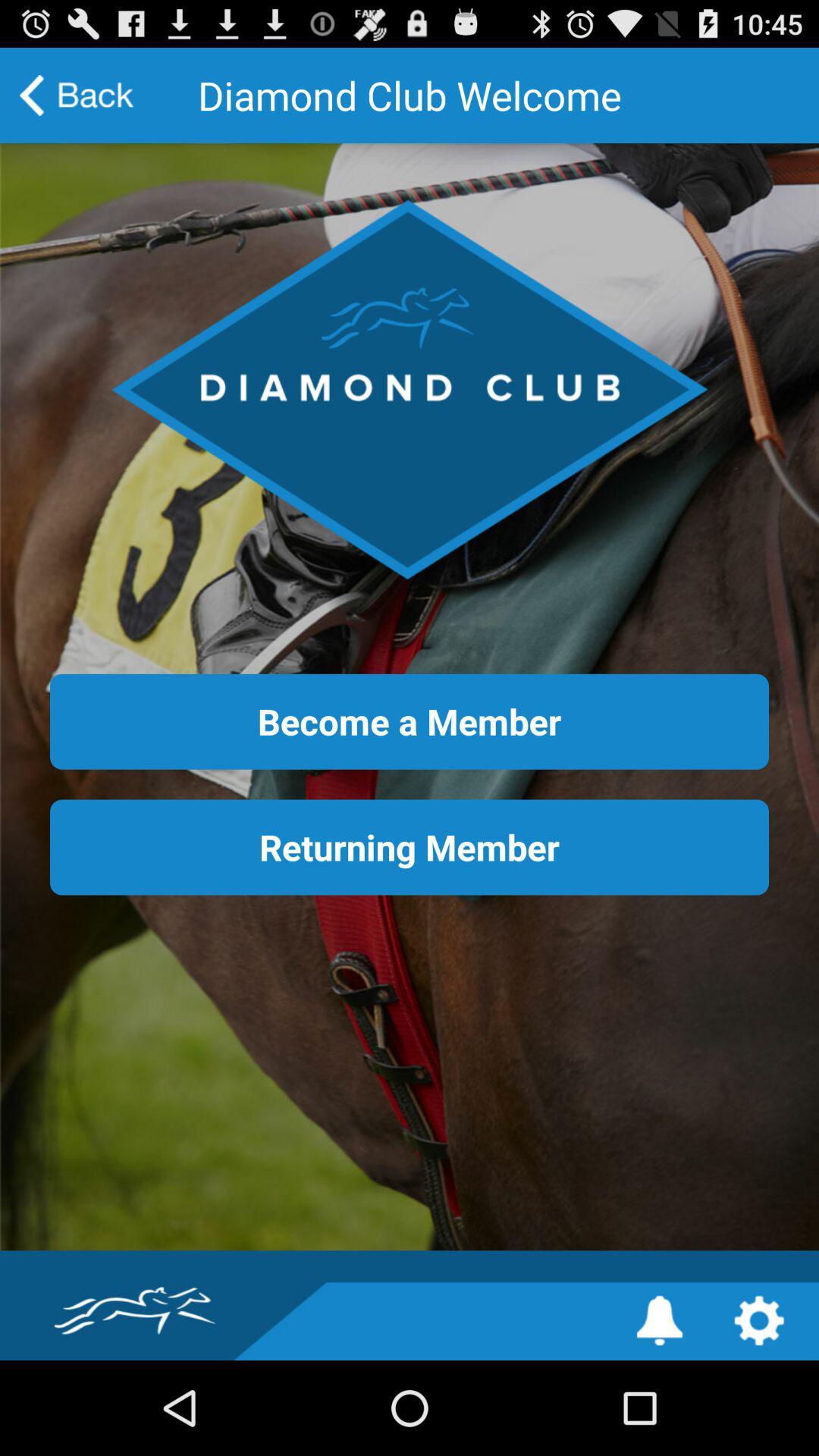  What do you see at coordinates (759, 1319) in the screenshot?
I see `settings the article` at bounding box center [759, 1319].